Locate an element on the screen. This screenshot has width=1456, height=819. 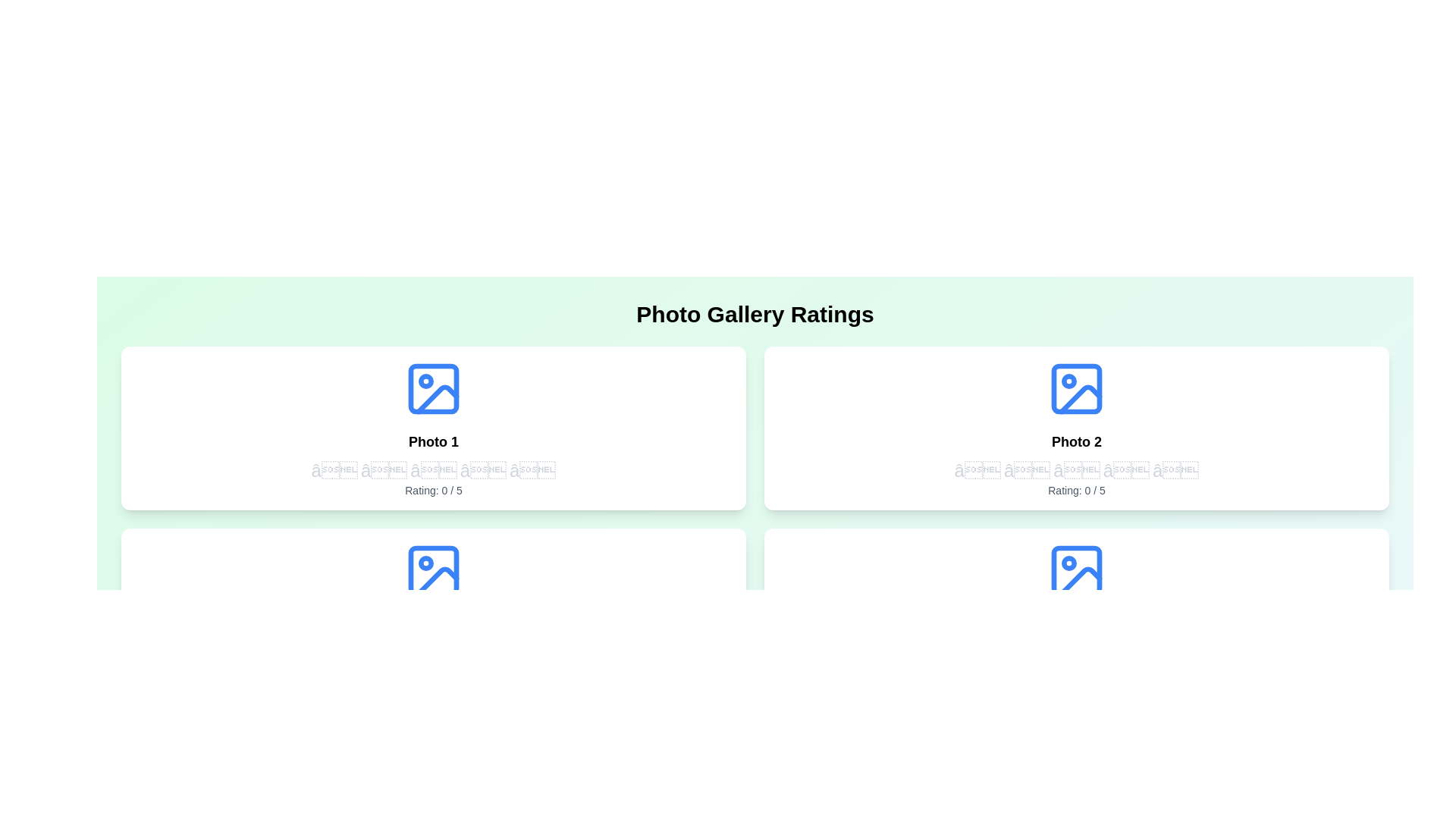
the rating of the first photo to 2 stars is located at coordinates (384, 470).